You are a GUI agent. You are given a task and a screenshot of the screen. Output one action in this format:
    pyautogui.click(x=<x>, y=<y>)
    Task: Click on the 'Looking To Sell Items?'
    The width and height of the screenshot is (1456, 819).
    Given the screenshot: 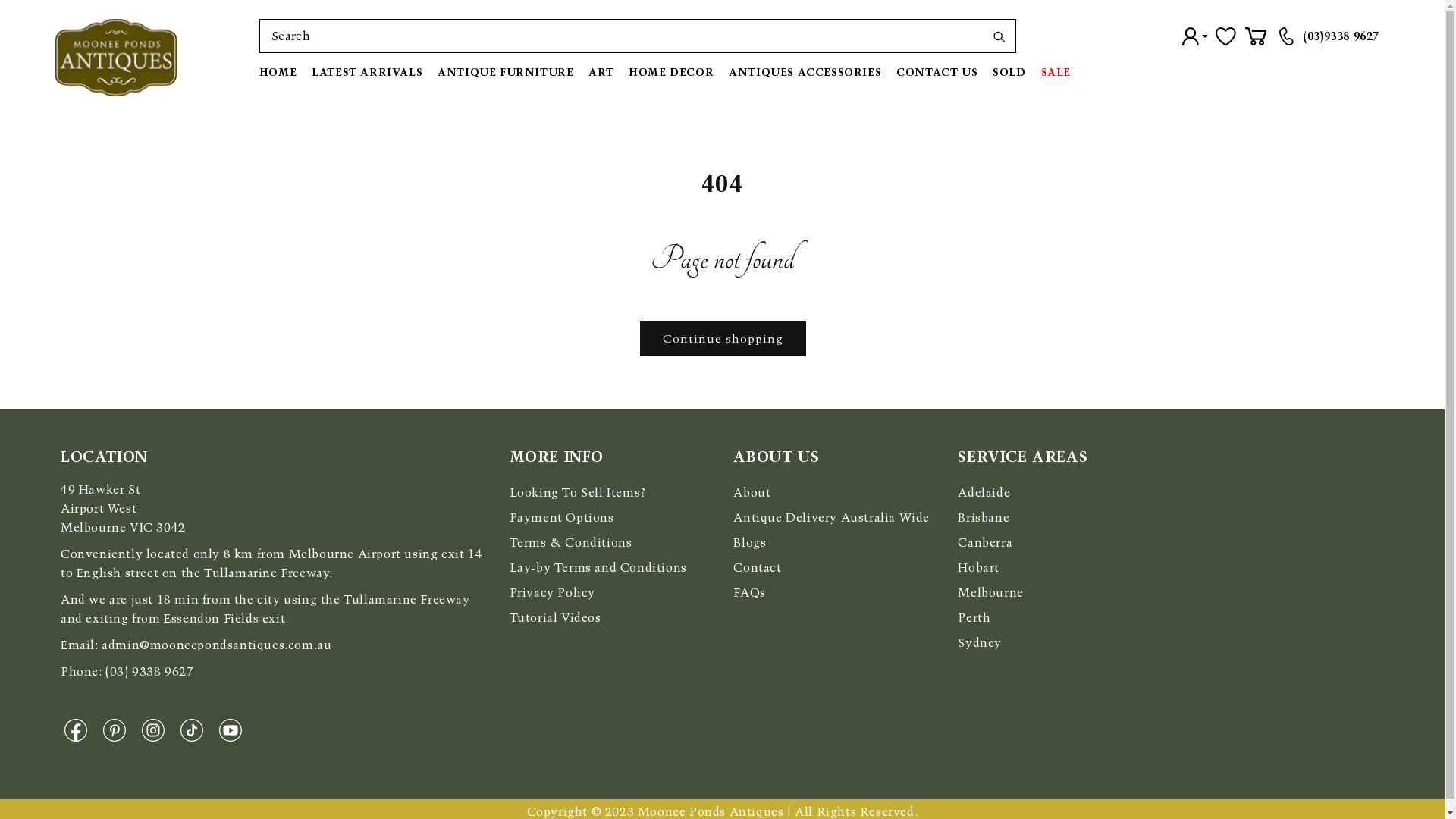 What is the action you would take?
    pyautogui.click(x=510, y=492)
    